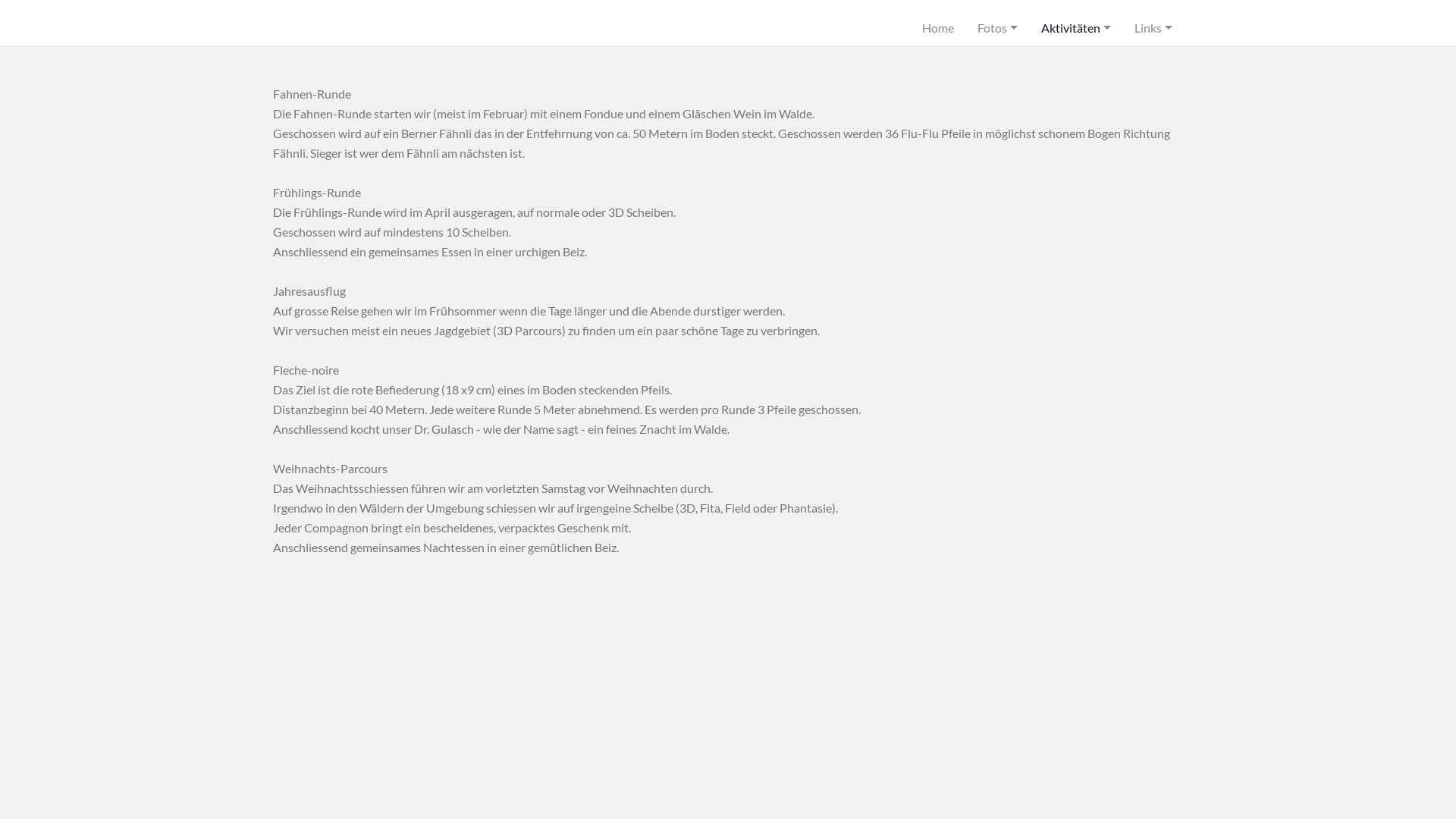 This screenshot has width=1456, height=819. Describe the element at coordinates (942, 23) in the screenshot. I see `'Home'` at that location.